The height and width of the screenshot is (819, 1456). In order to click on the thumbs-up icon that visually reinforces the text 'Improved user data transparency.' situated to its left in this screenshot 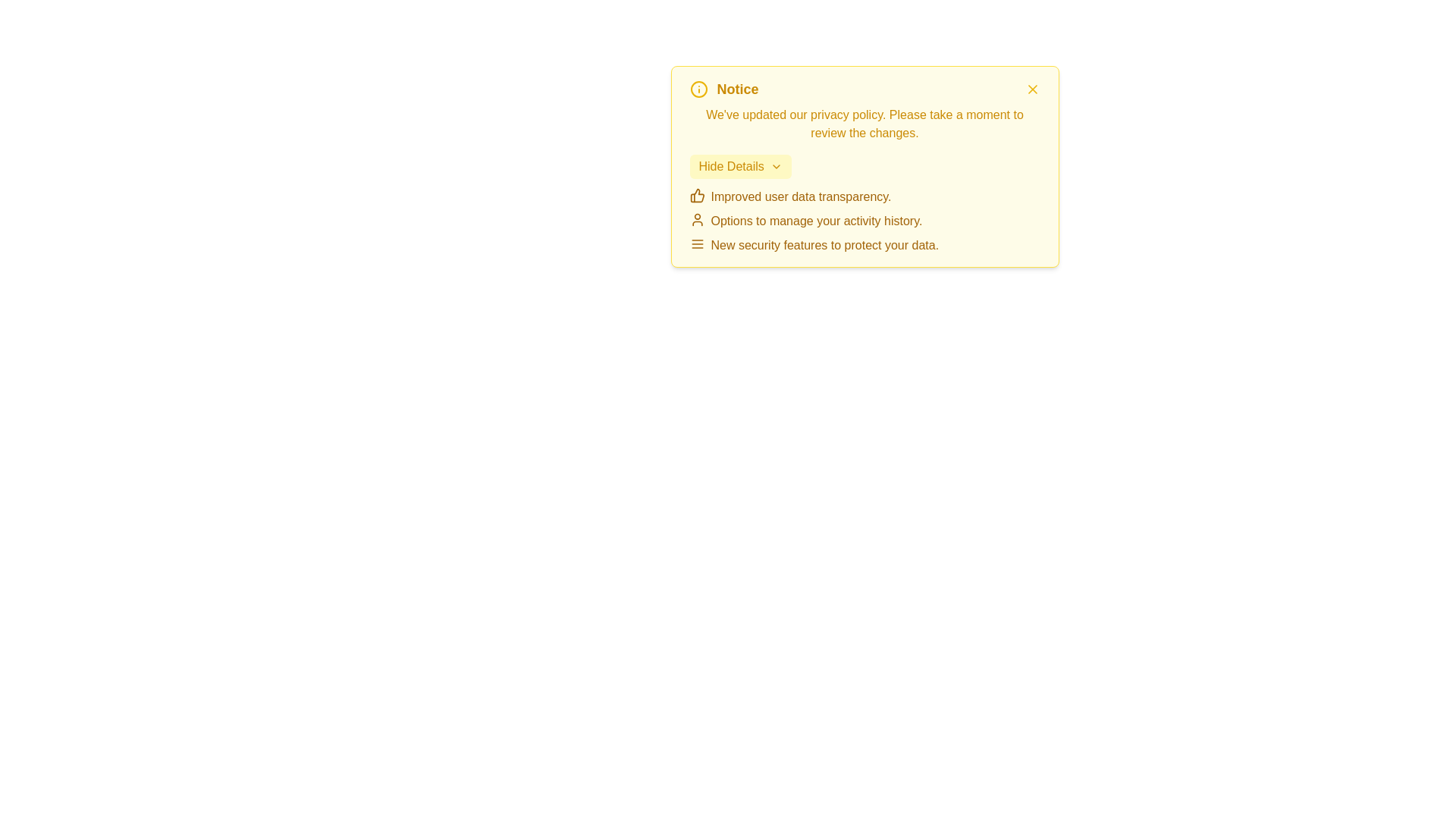, I will do `click(696, 195)`.